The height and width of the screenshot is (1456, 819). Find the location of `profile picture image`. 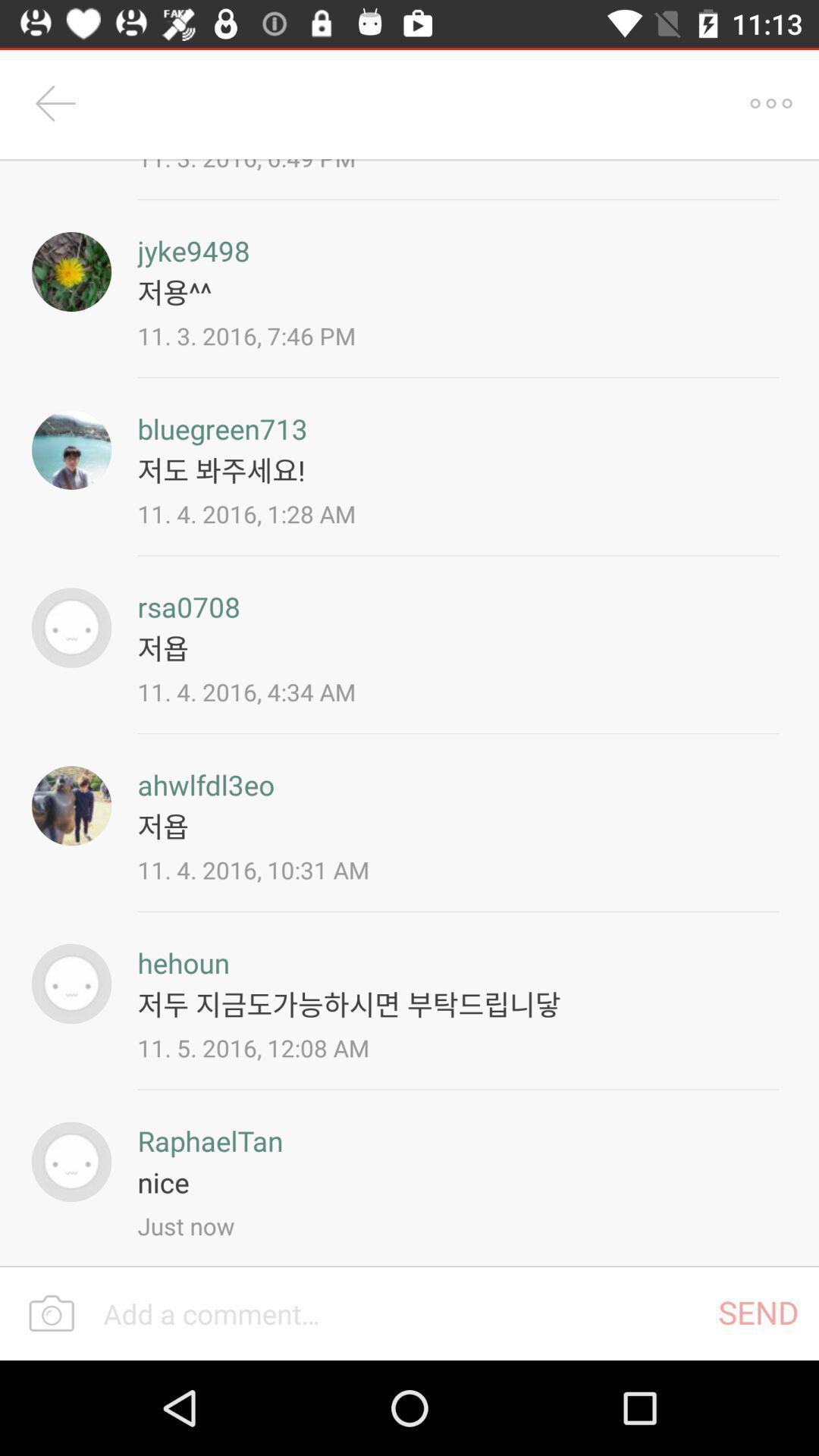

profile picture image is located at coordinates (71, 984).